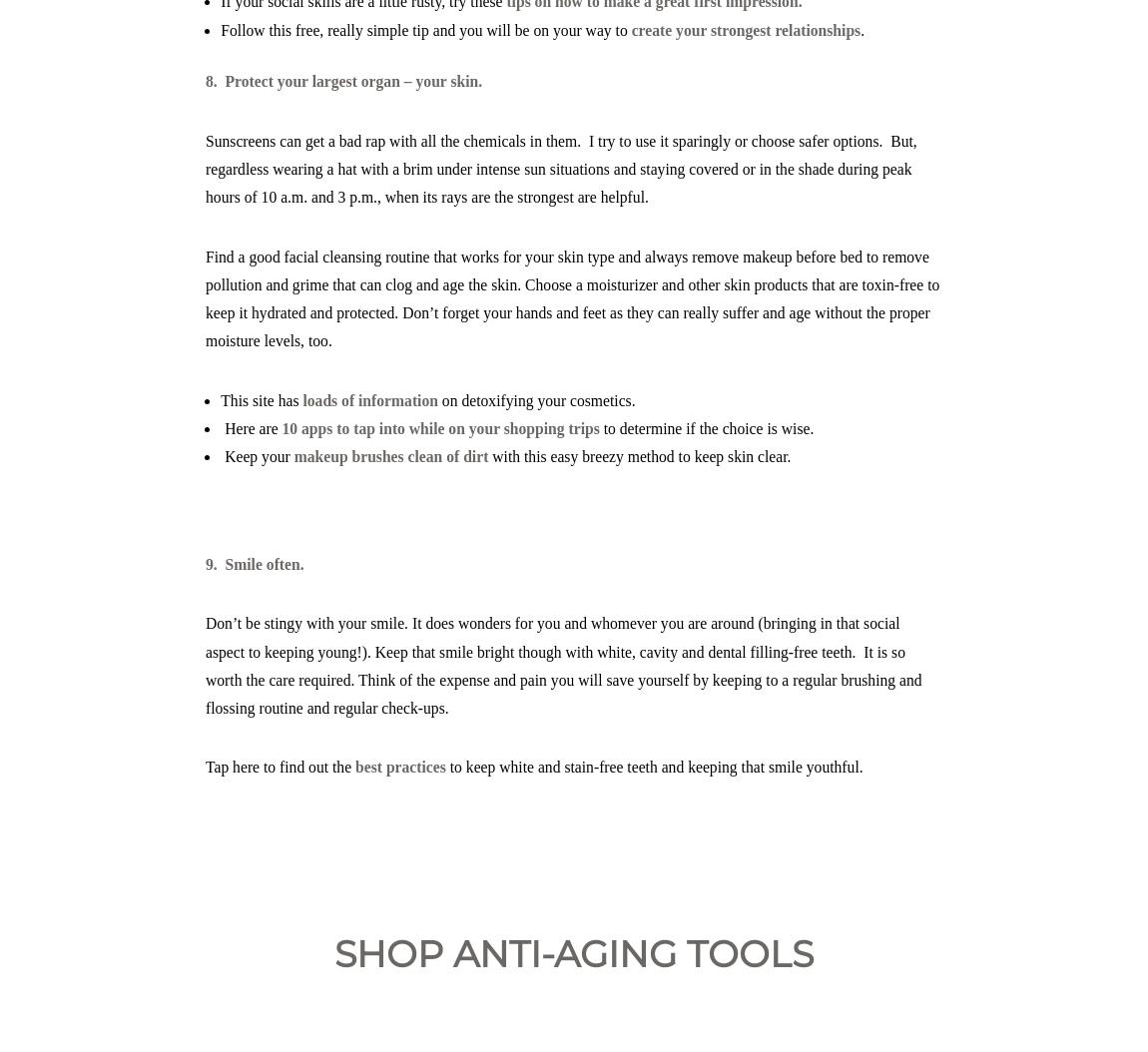  I want to click on 'loads of information', so click(369, 398).